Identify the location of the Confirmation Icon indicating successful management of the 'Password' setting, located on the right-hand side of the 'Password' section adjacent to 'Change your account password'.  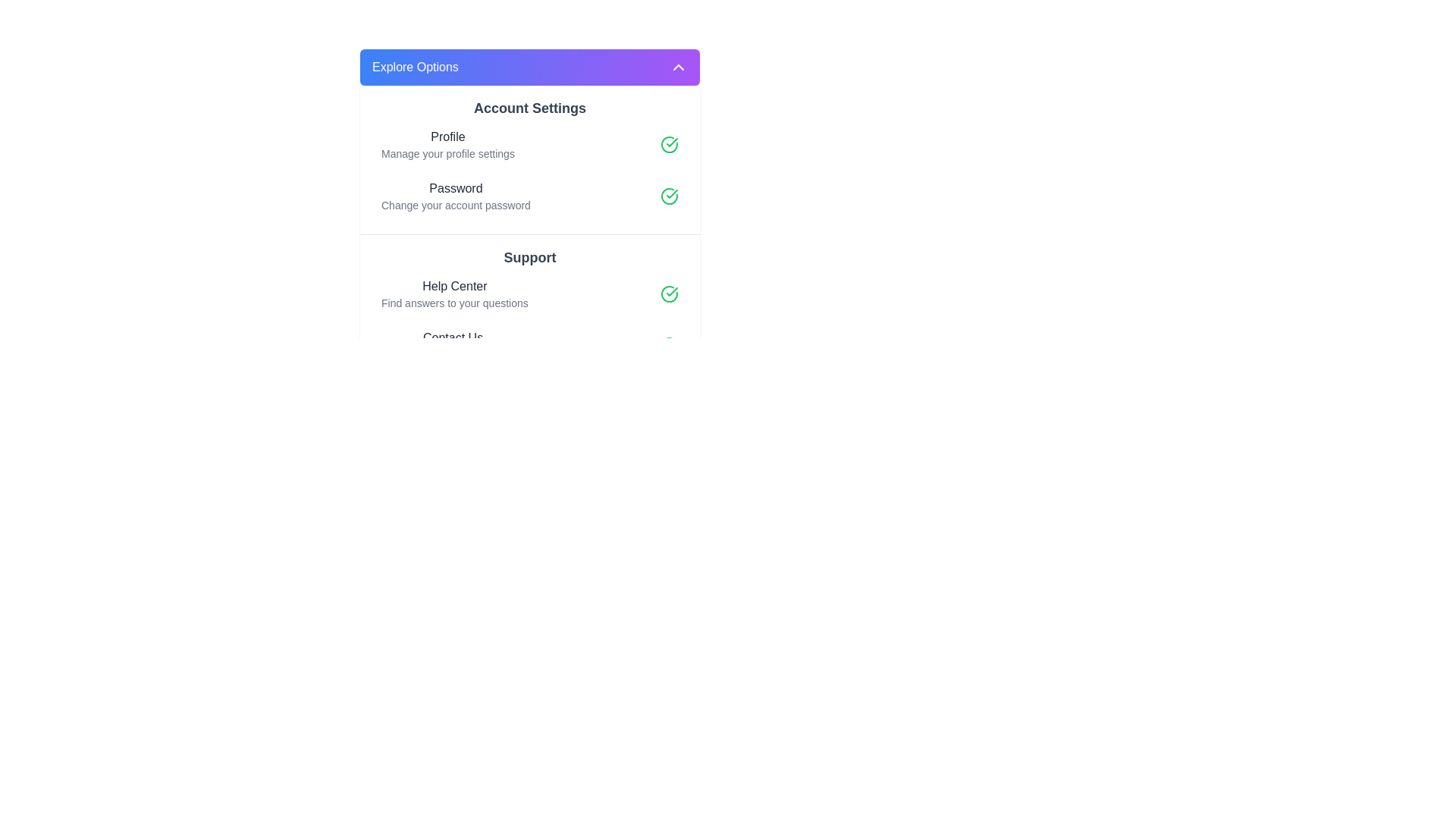
(669, 195).